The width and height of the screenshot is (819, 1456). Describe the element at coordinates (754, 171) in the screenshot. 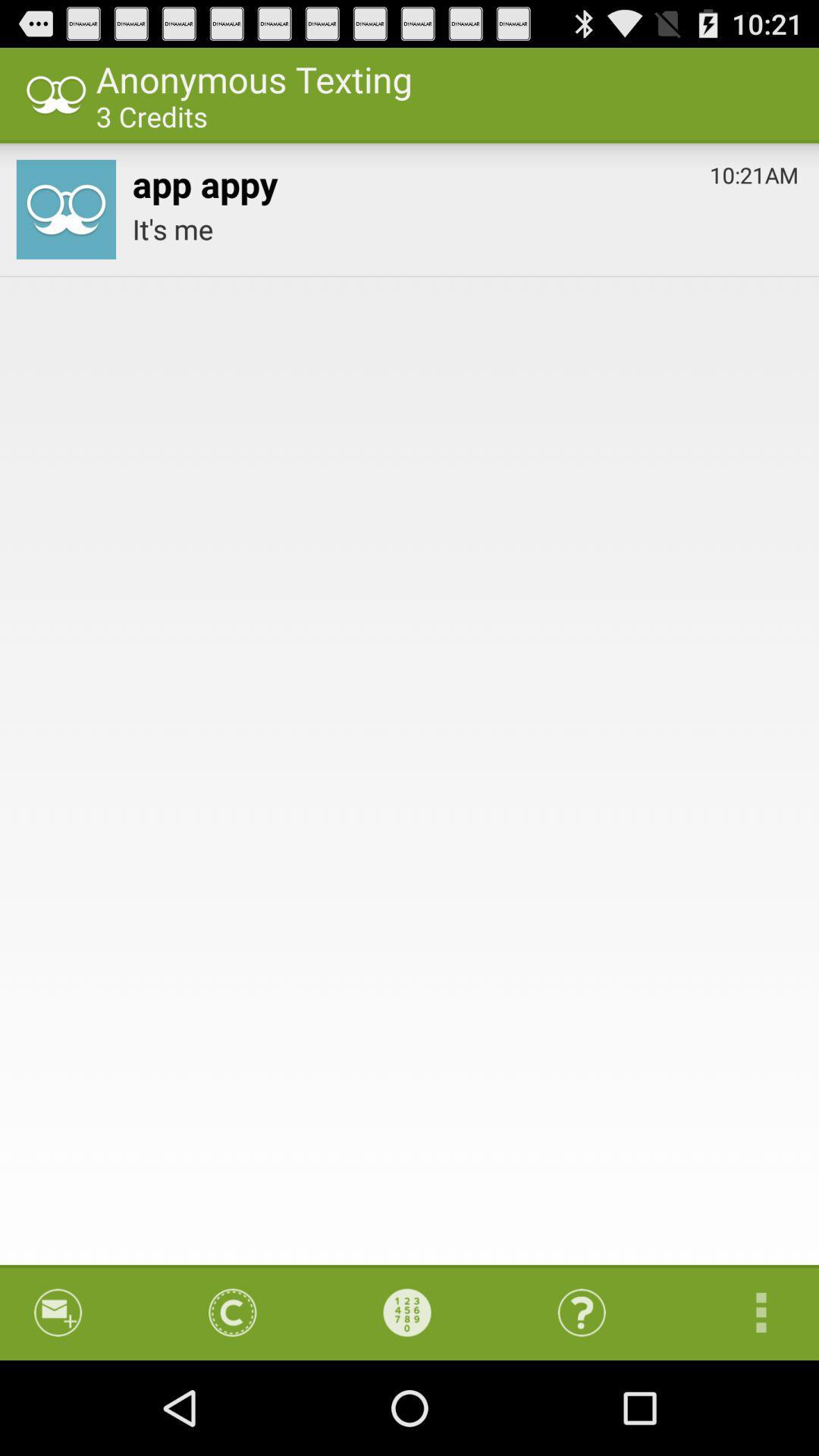

I see `app to the right of the app appy` at that location.